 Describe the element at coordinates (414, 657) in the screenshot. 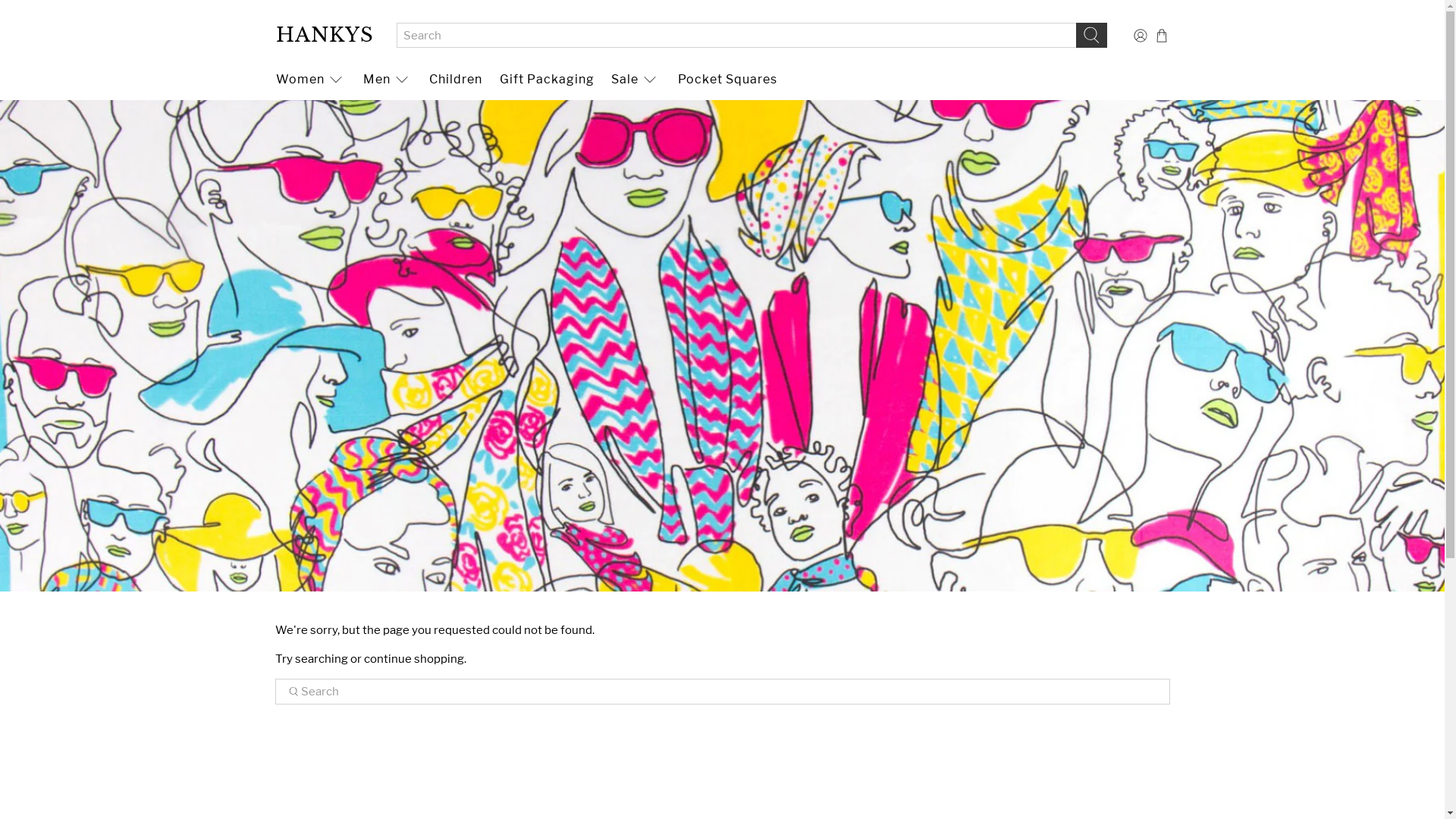

I see `'continue shopping'` at that location.